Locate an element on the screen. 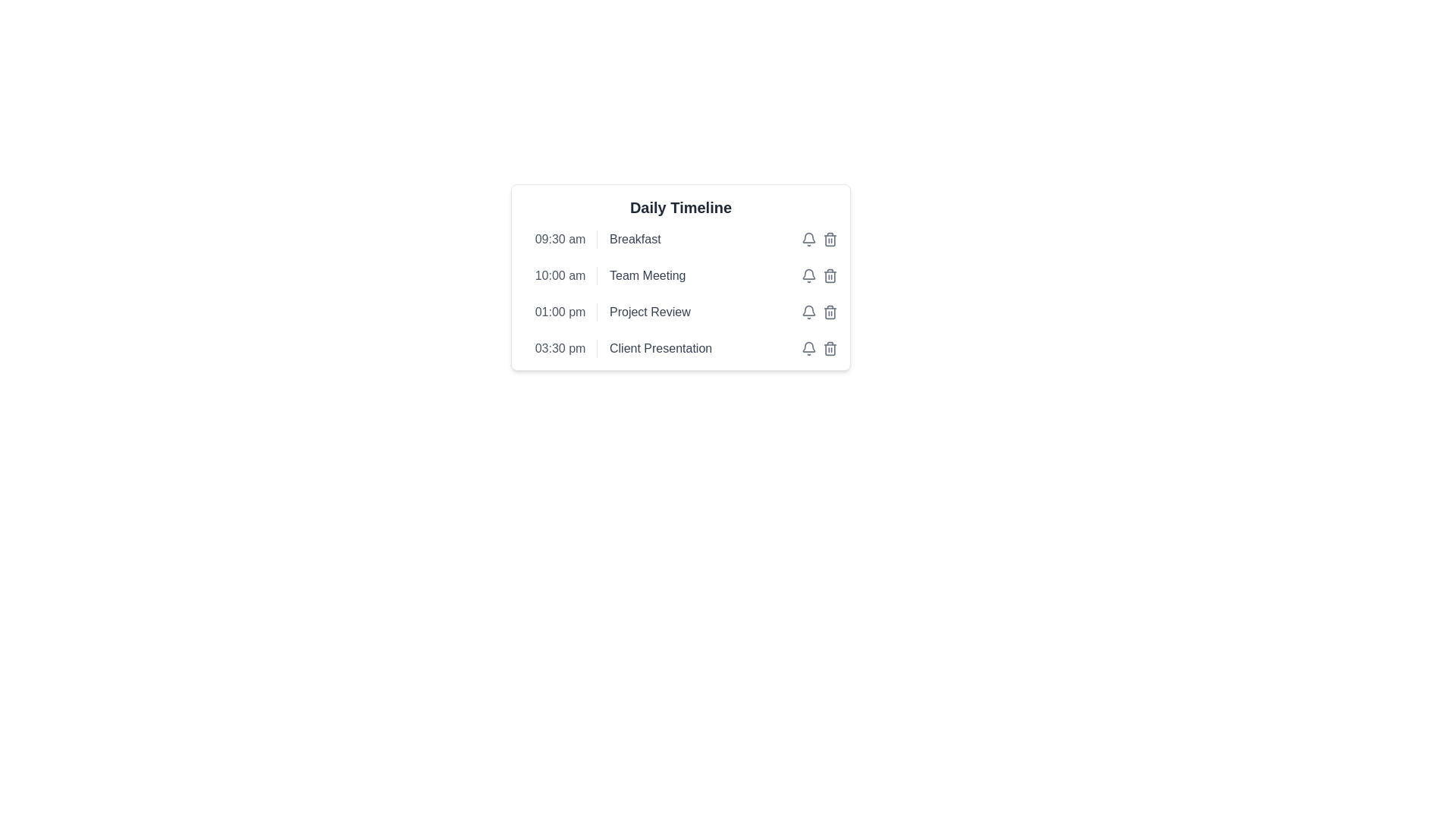  text label indicating 'Breakfast' scheduled for 9:30 AM, which is the first text label in the Daily Timeline card interface, positioned to the right of the '09:30 am' time slot is located at coordinates (635, 239).